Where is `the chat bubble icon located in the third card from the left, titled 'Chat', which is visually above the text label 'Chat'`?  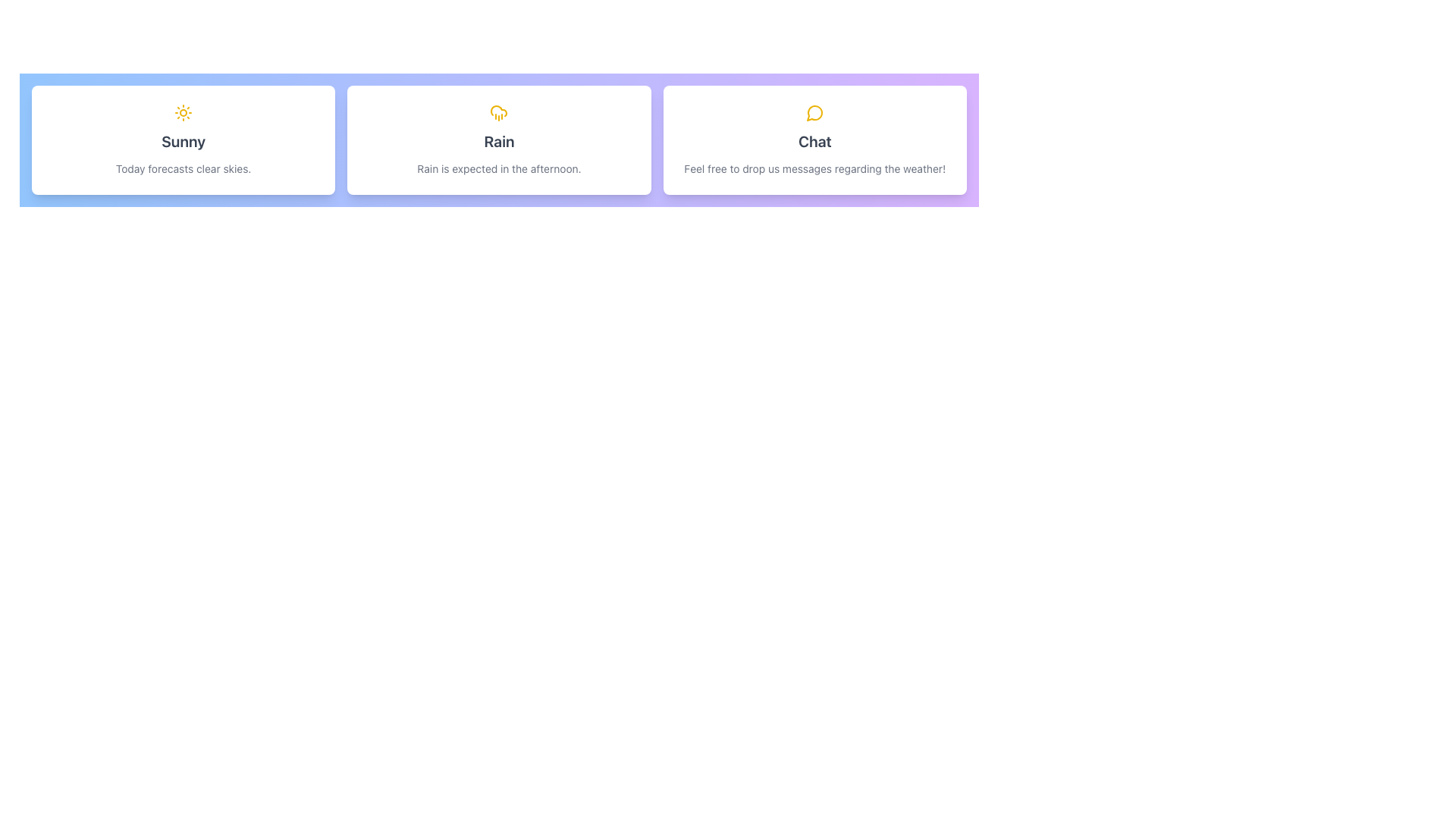
the chat bubble icon located in the third card from the left, titled 'Chat', which is visually above the text label 'Chat' is located at coordinates (814, 112).